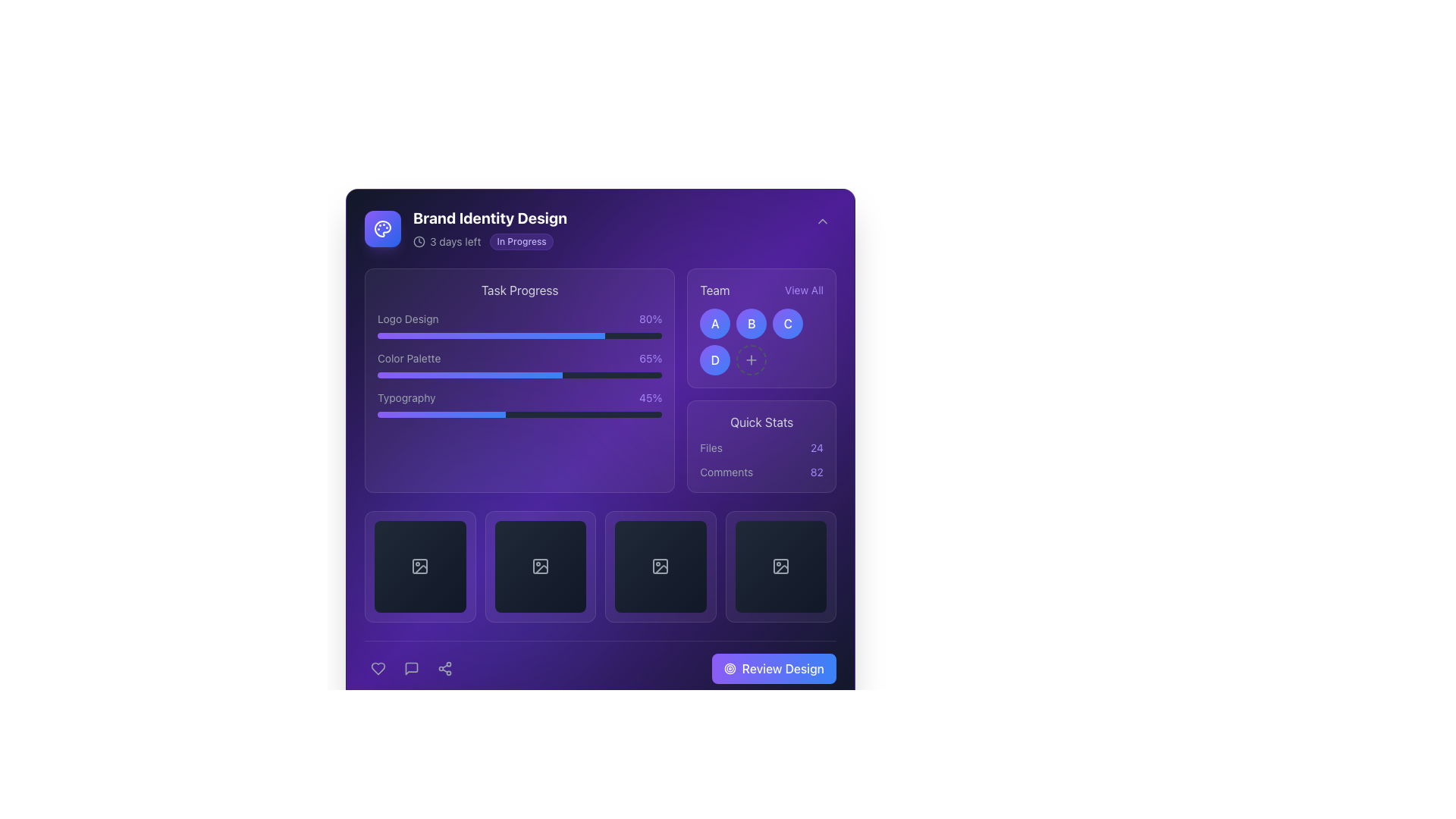  I want to click on the circular button with a plus sign in the 'Team' section, so click(761, 379).